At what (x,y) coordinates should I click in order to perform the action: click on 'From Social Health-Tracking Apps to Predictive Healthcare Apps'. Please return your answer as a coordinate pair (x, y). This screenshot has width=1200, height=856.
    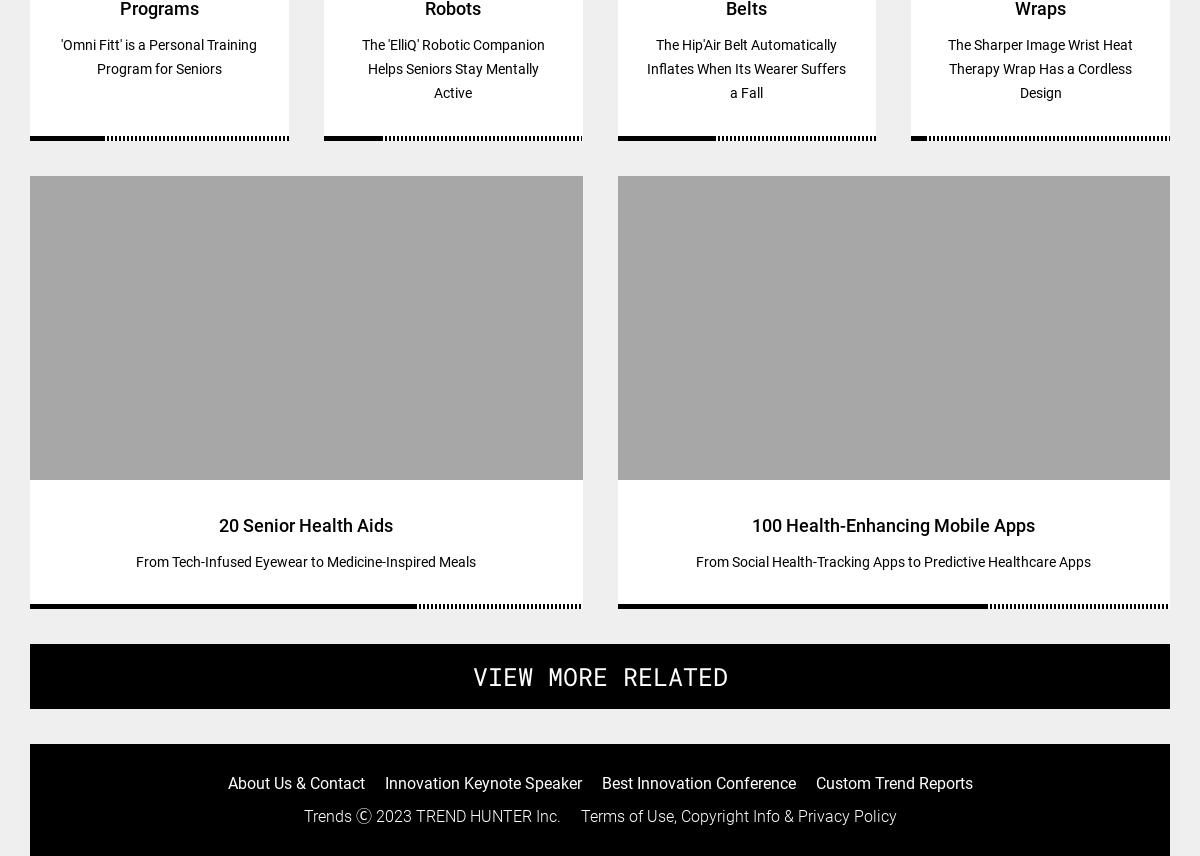
    Looking at the image, I should click on (892, 560).